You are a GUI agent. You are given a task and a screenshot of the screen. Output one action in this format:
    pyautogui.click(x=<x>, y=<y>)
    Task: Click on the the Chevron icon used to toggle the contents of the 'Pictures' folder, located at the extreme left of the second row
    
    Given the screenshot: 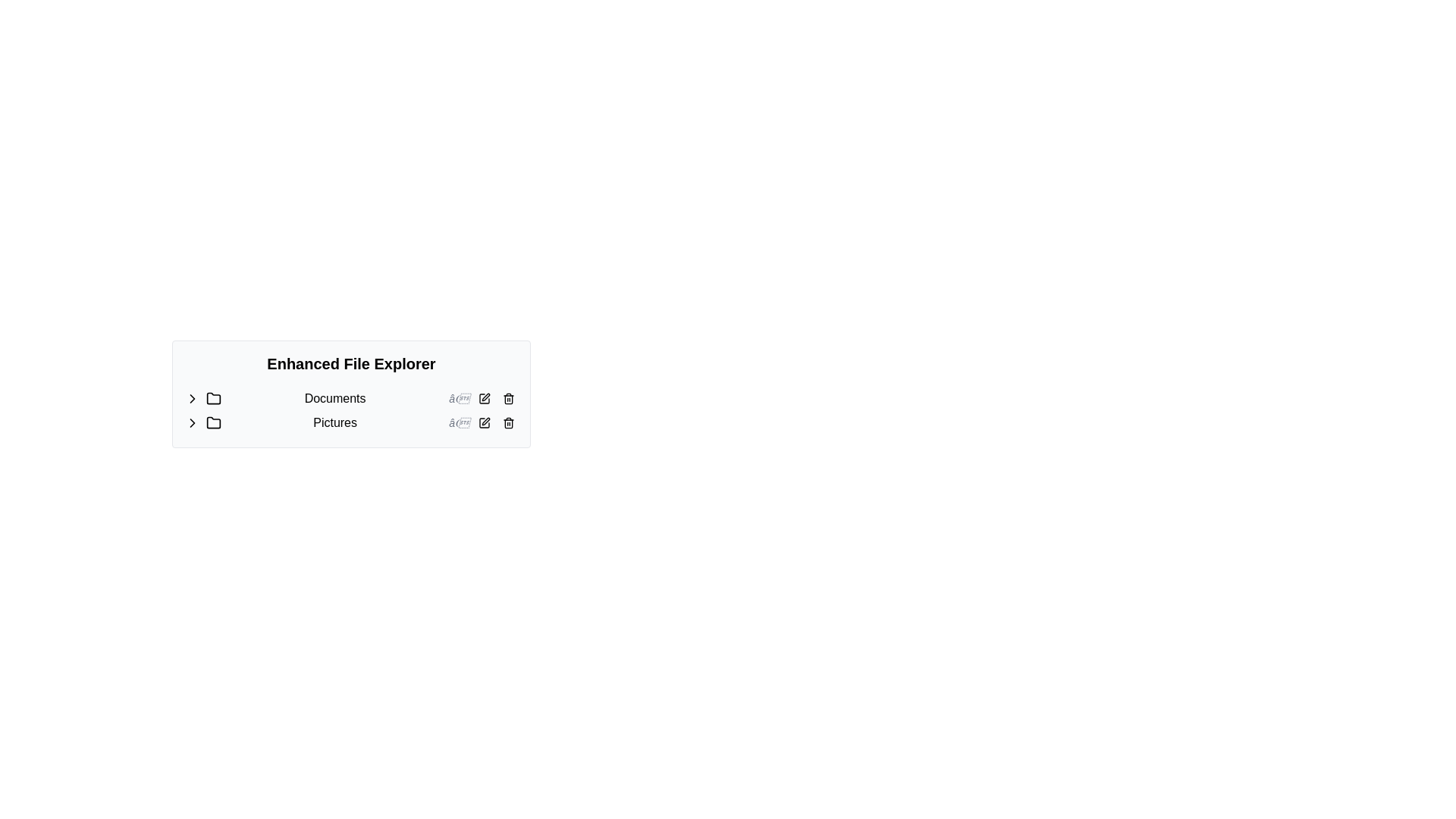 What is the action you would take?
    pyautogui.click(x=192, y=423)
    